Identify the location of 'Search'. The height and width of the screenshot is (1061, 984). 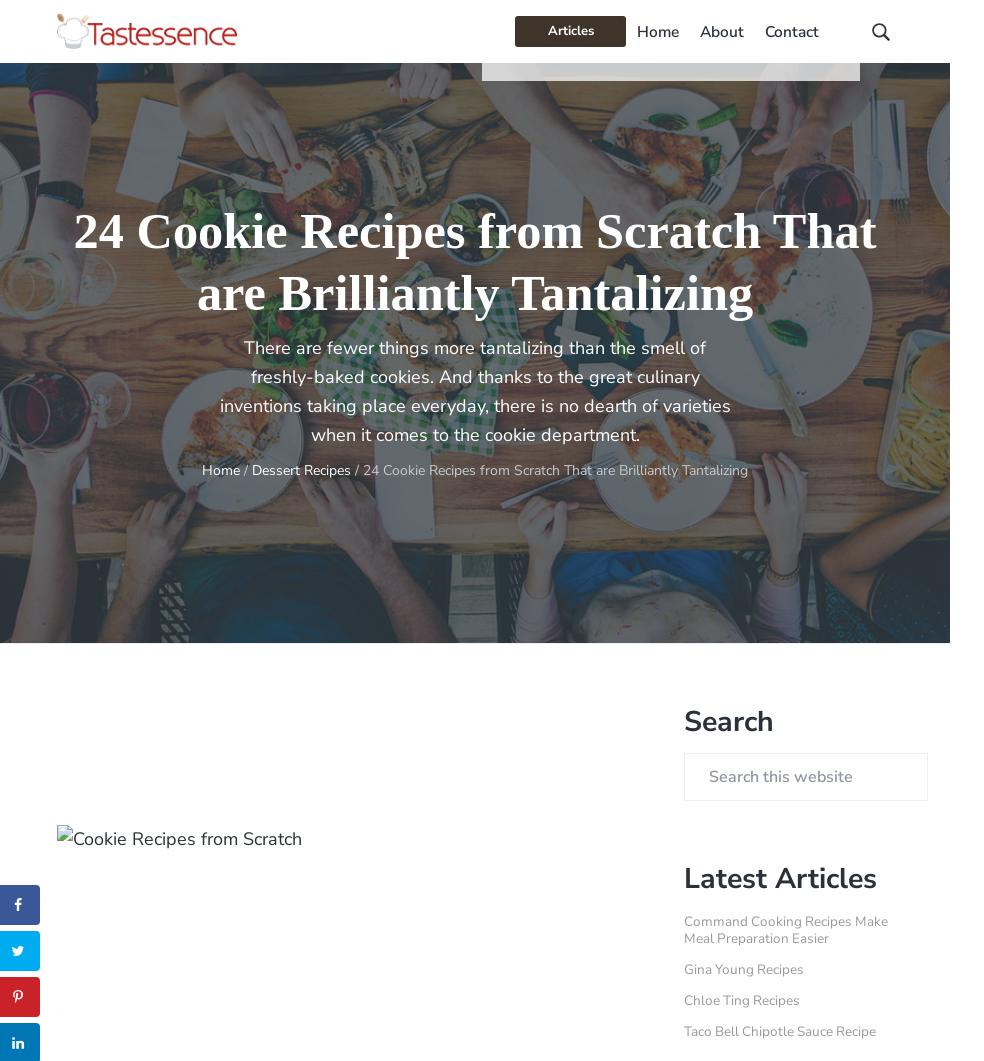
(729, 720).